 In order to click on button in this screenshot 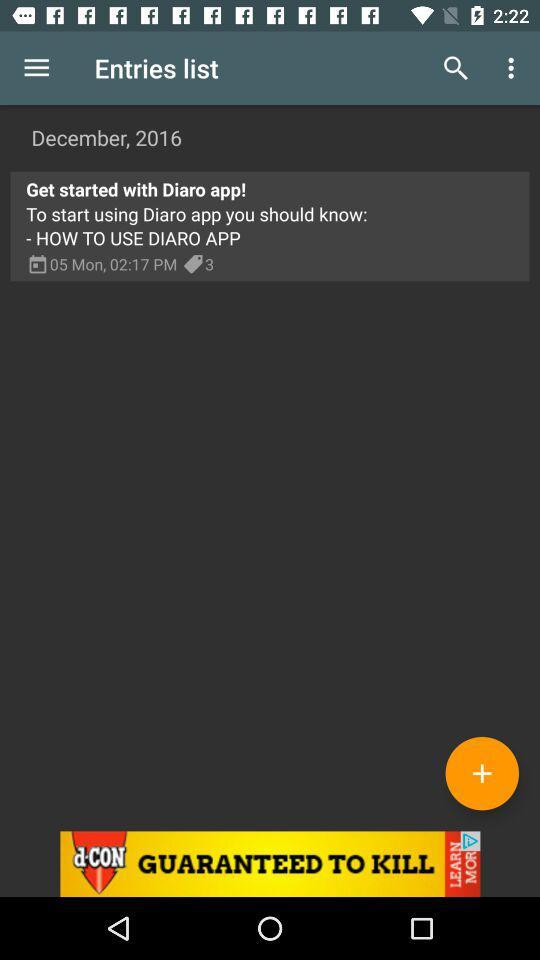, I will do `click(481, 772)`.